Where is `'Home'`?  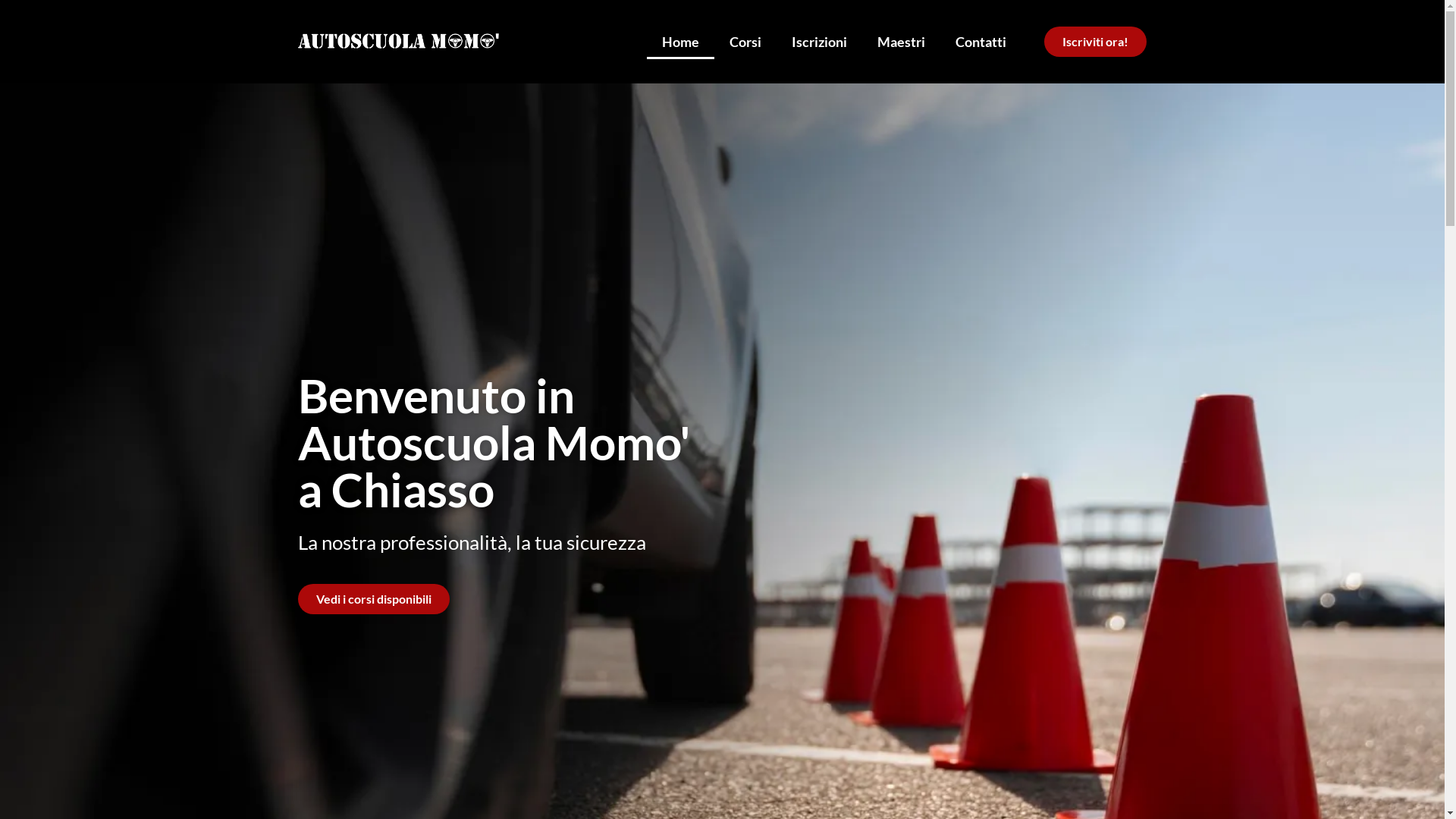
'Home' is located at coordinates (679, 40).